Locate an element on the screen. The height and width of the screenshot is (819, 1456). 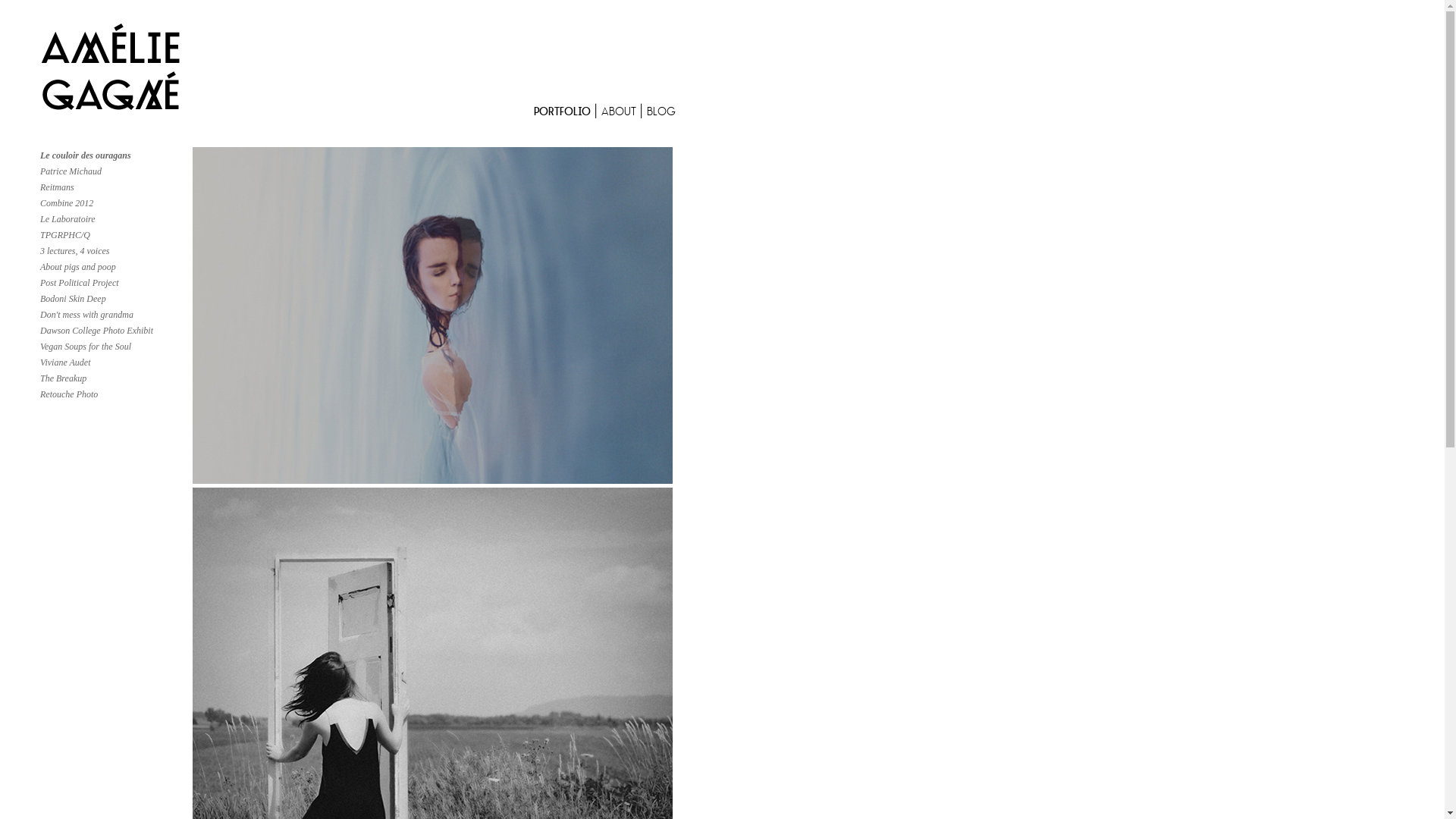
'Post Political Project' is located at coordinates (79, 283).